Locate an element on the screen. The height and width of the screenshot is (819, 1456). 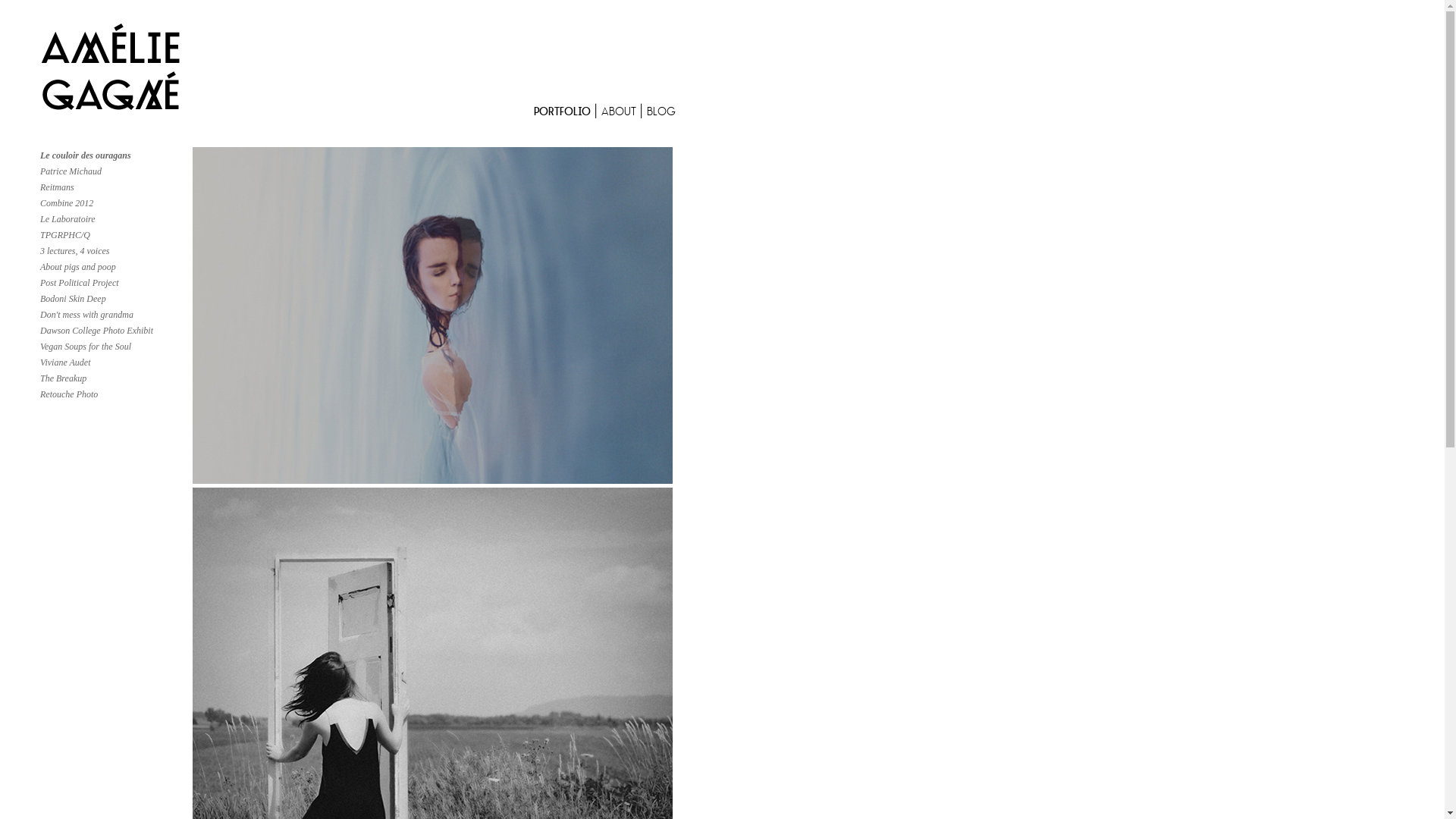
'Post Political Project' is located at coordinates (79, 283).